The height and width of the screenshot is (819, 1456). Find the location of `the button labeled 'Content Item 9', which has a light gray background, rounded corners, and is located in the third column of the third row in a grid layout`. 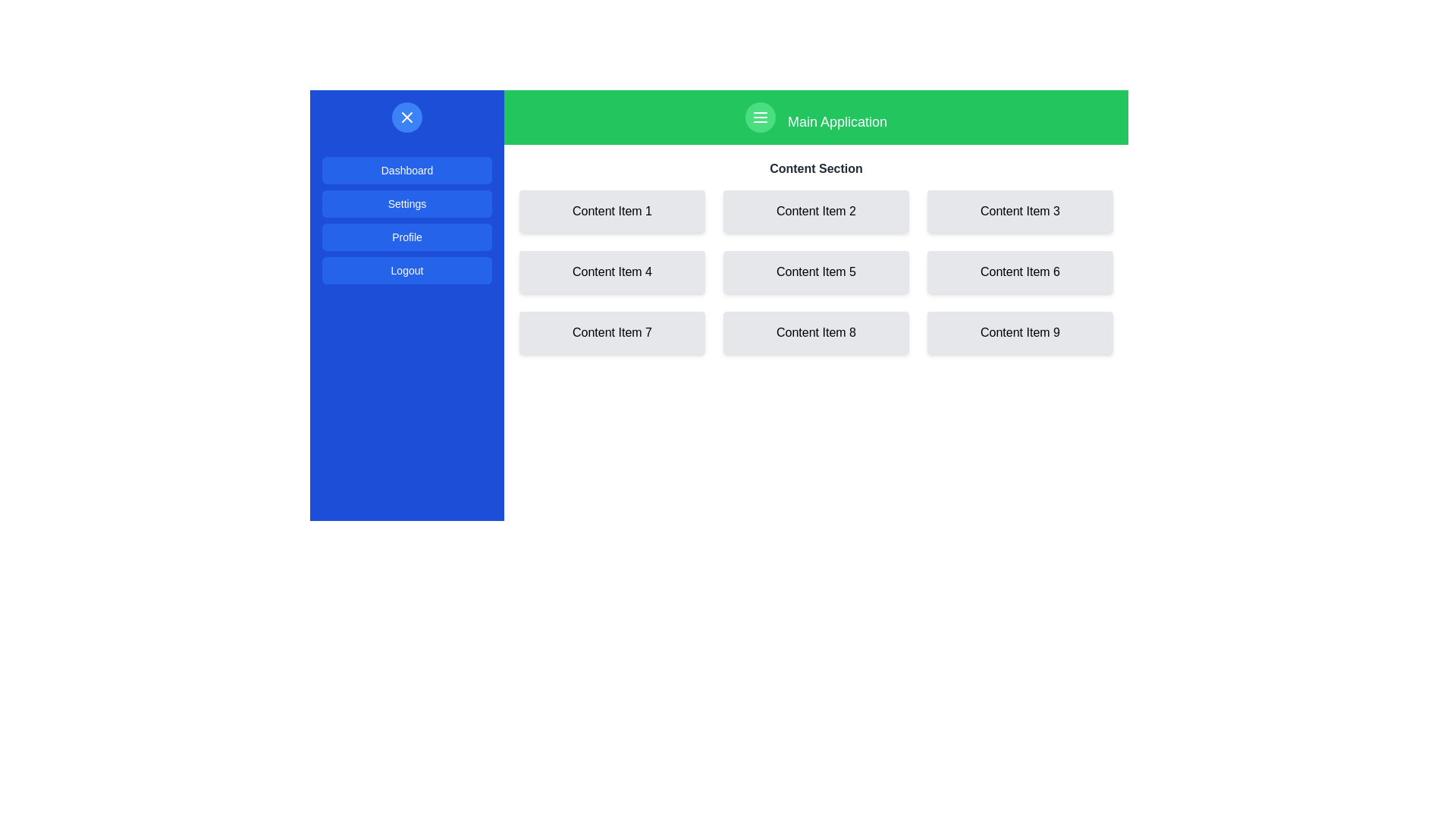

the button labeled 'Content Item 9', which has a light gray background, rounded corners, and is located in the third column of the third row in a grid layout is located at coordinates (1020, 332).